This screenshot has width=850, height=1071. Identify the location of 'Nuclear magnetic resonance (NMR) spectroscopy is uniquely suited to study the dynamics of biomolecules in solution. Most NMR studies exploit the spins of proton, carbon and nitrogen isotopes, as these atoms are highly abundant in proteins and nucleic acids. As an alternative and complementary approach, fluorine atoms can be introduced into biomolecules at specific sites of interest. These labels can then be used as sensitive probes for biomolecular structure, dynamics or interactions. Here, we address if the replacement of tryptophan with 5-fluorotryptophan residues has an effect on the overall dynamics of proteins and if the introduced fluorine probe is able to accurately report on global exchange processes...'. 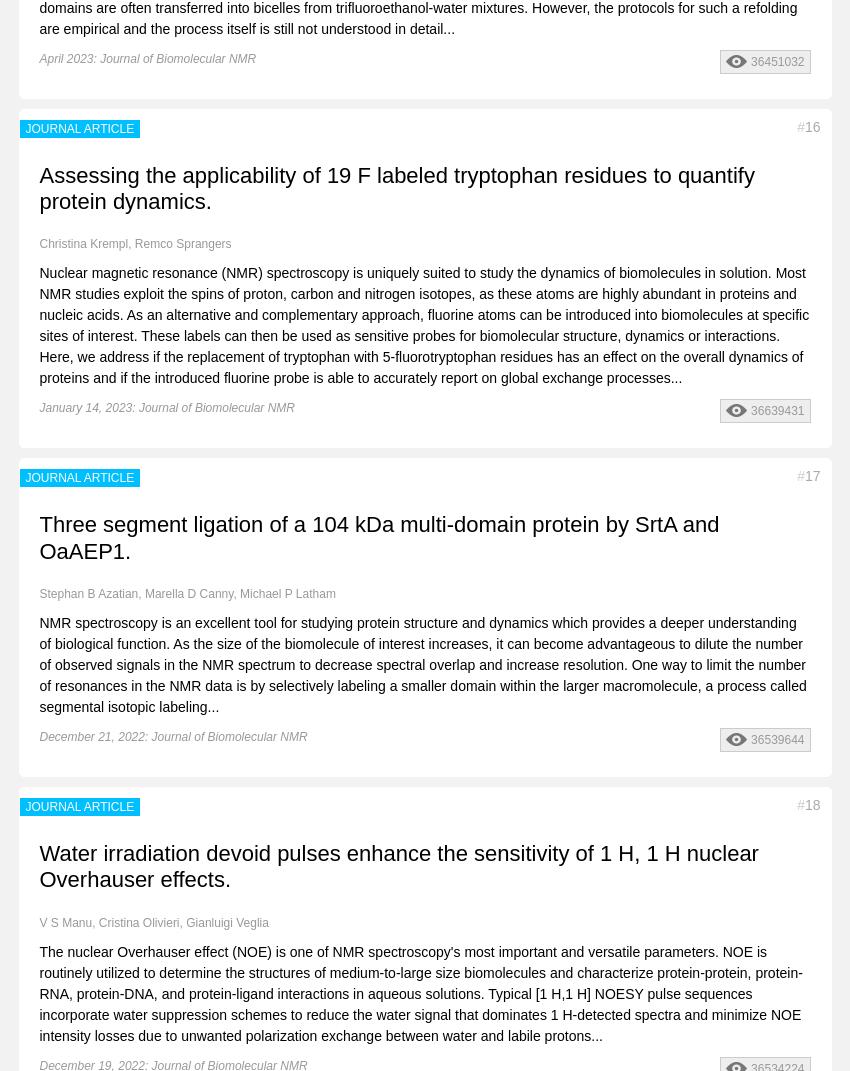
(423, 324).